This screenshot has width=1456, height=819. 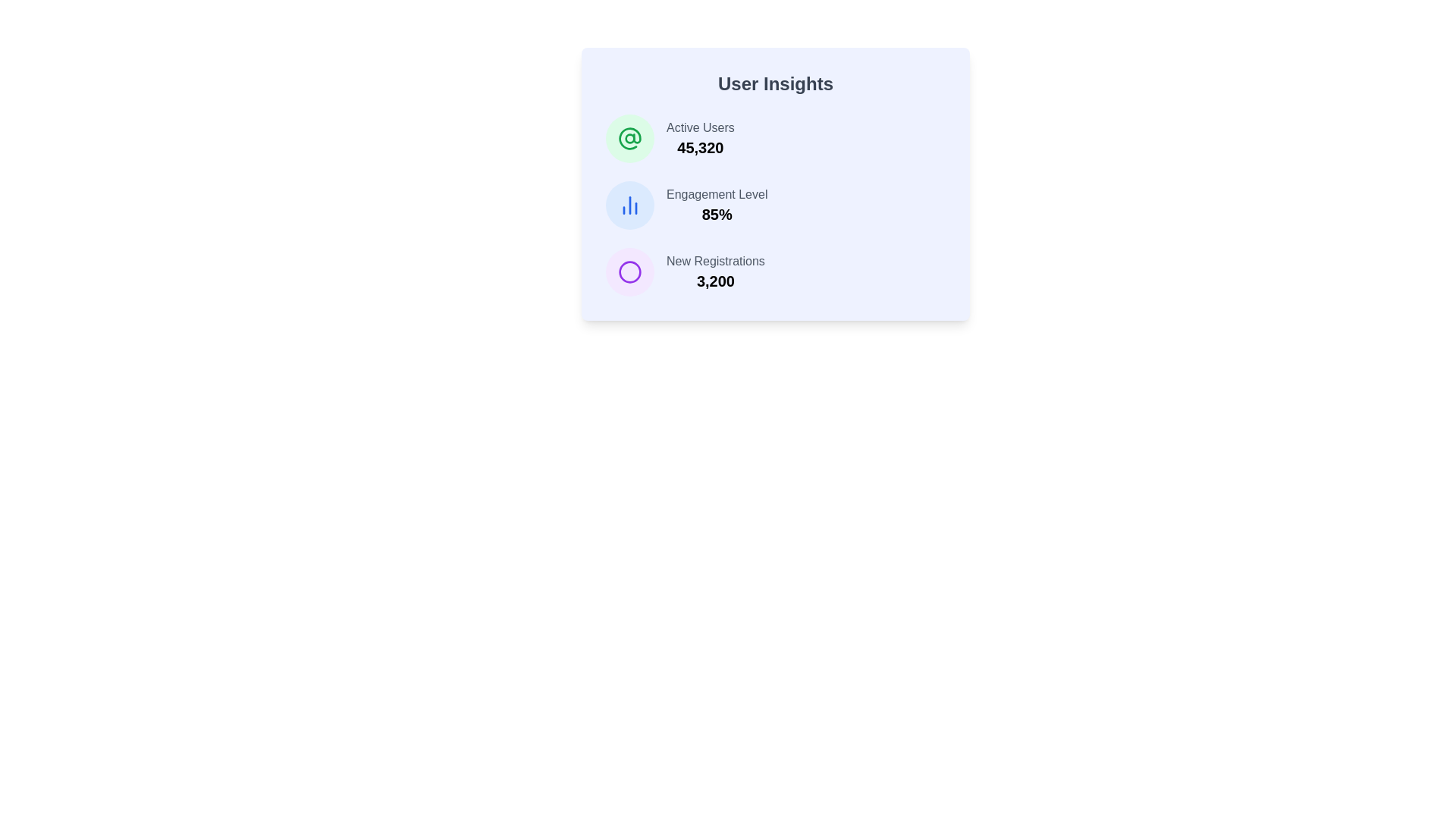 What do you see at coordinates (629, 205) in the screenshot?
I see `the icon resembling a bar chart with three vertical bars of varying heights, displayed in a blue shade, which is the second item in the vertical list of elements under the 'User Insights' panel` at bounding box center [629, 205].